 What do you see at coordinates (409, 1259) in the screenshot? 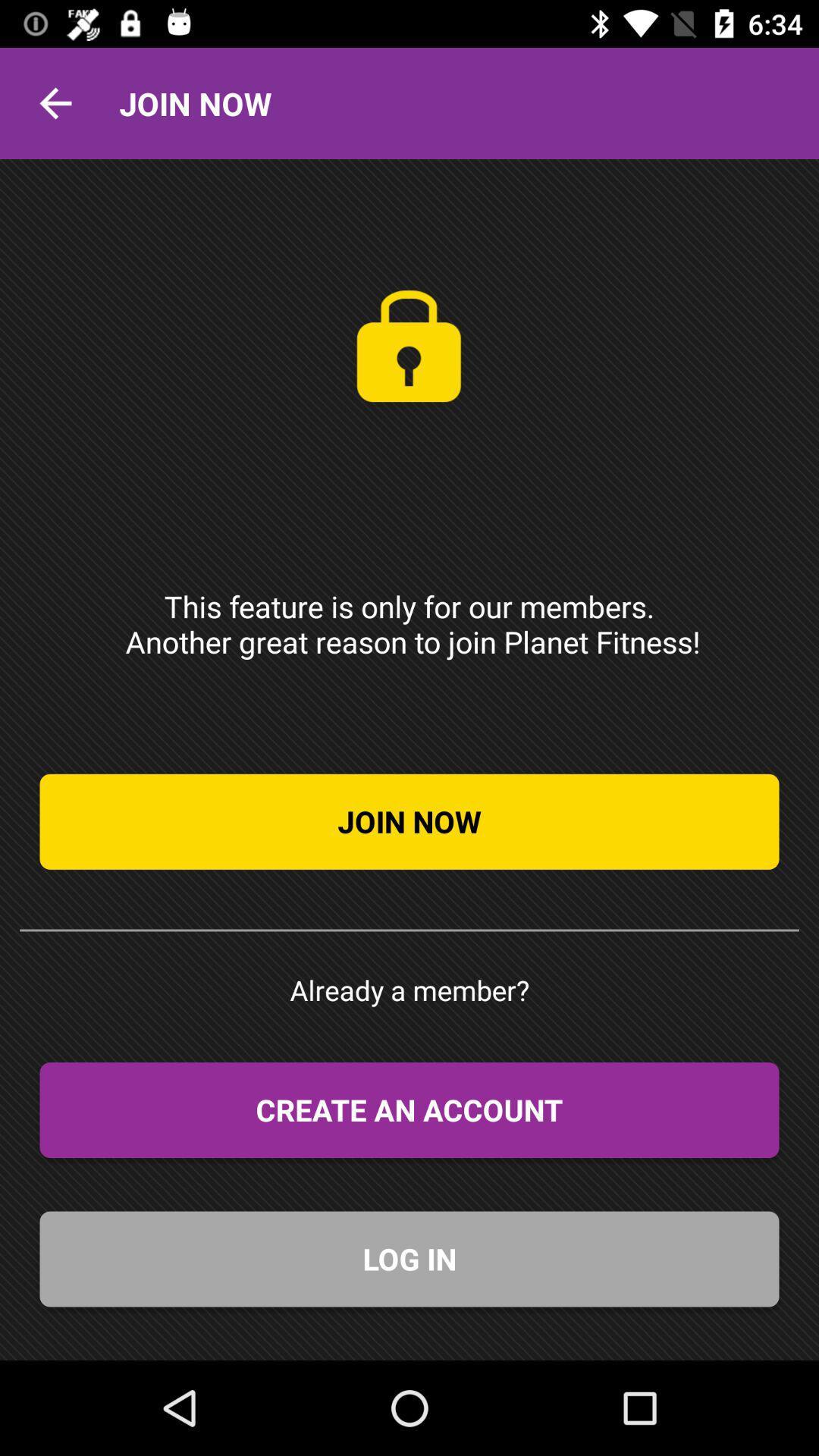
I see `the log in` at bounding box center [409, 1259].